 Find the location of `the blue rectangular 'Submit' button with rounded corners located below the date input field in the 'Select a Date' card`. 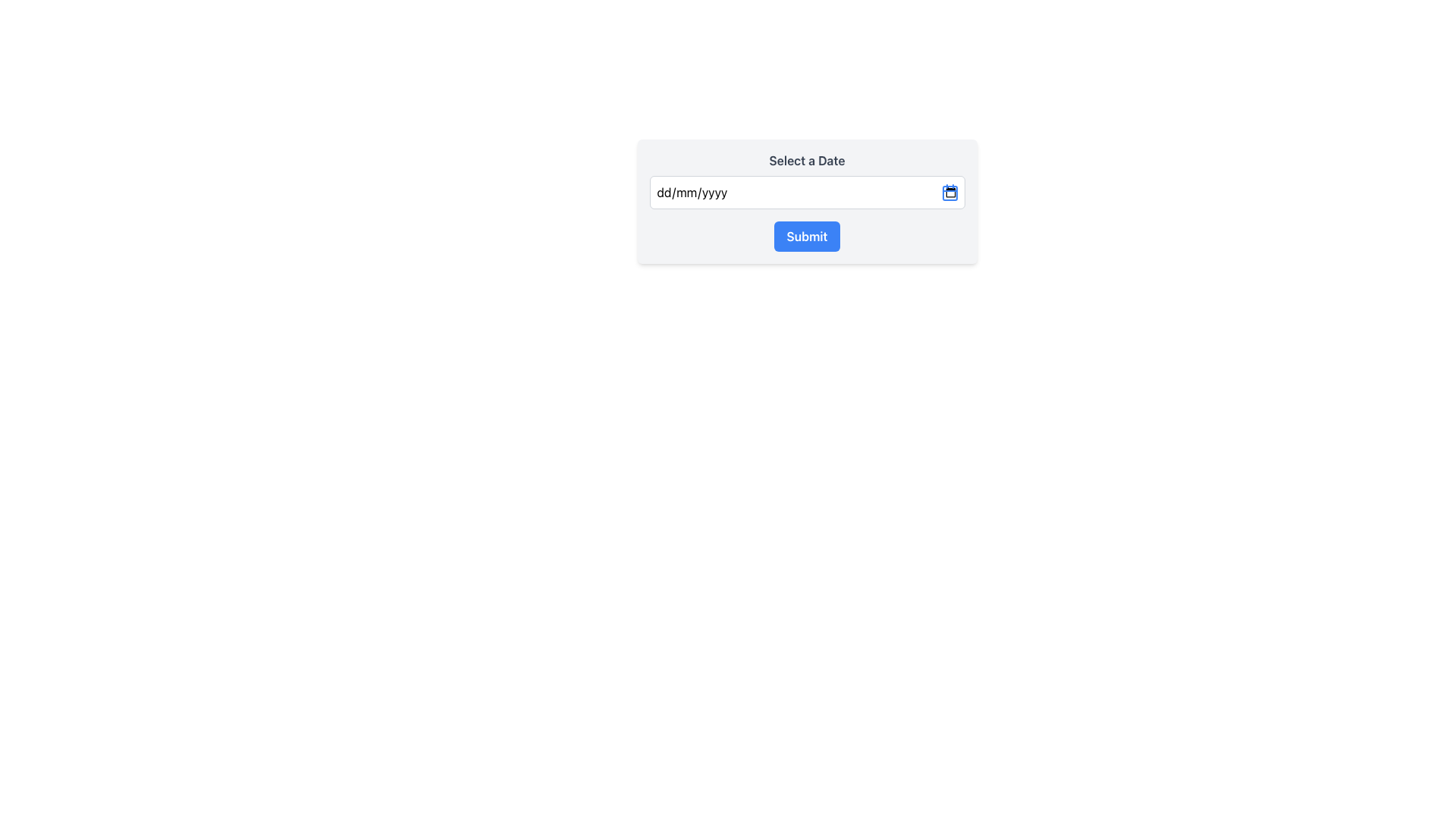

the blue rectangular 'Submit' button with rounded corners located below the date input field in the 'Select a Date' card is located at coordinates (806, 237).